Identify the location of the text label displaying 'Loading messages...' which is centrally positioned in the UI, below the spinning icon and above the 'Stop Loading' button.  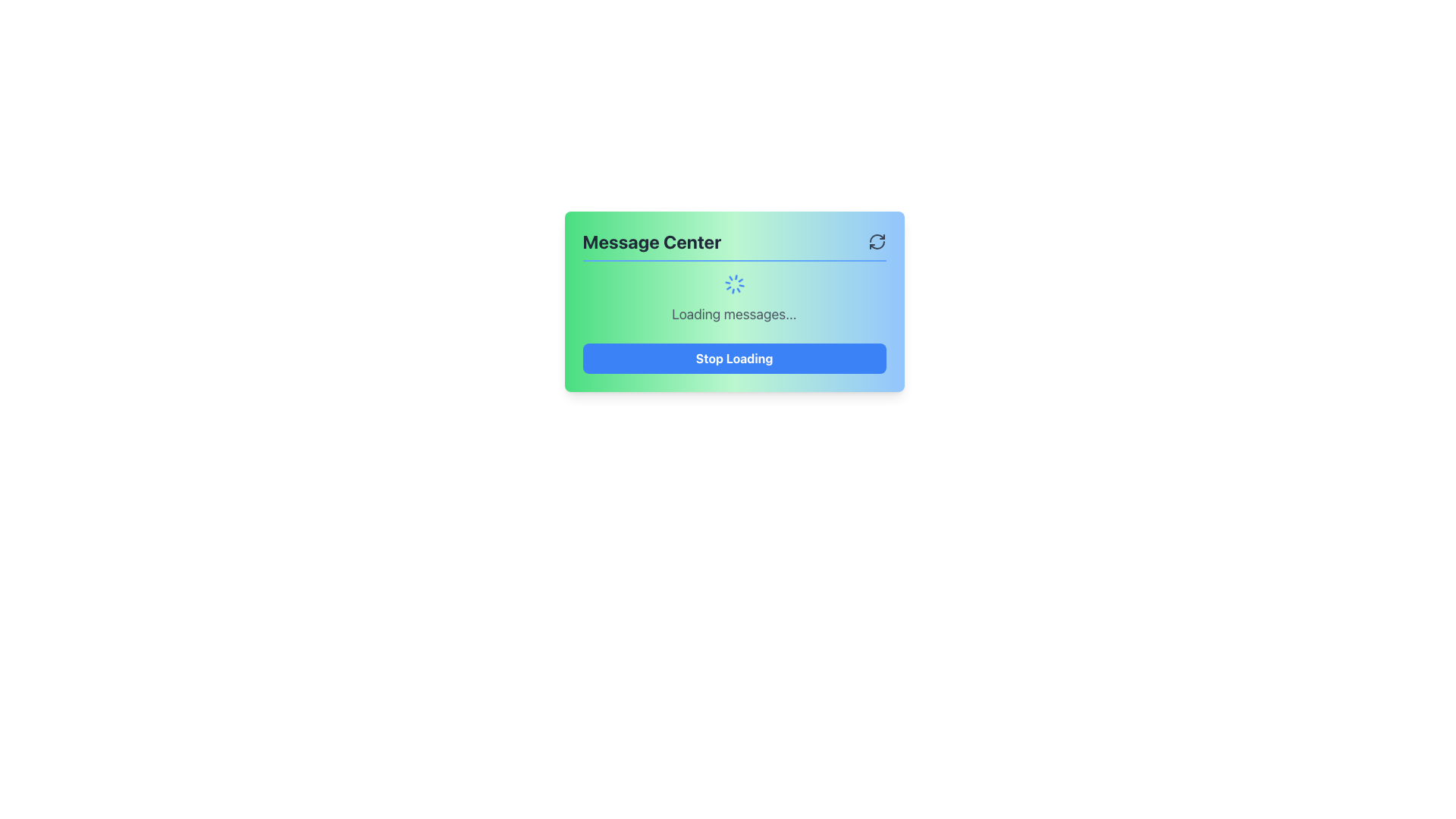
(734, 314).